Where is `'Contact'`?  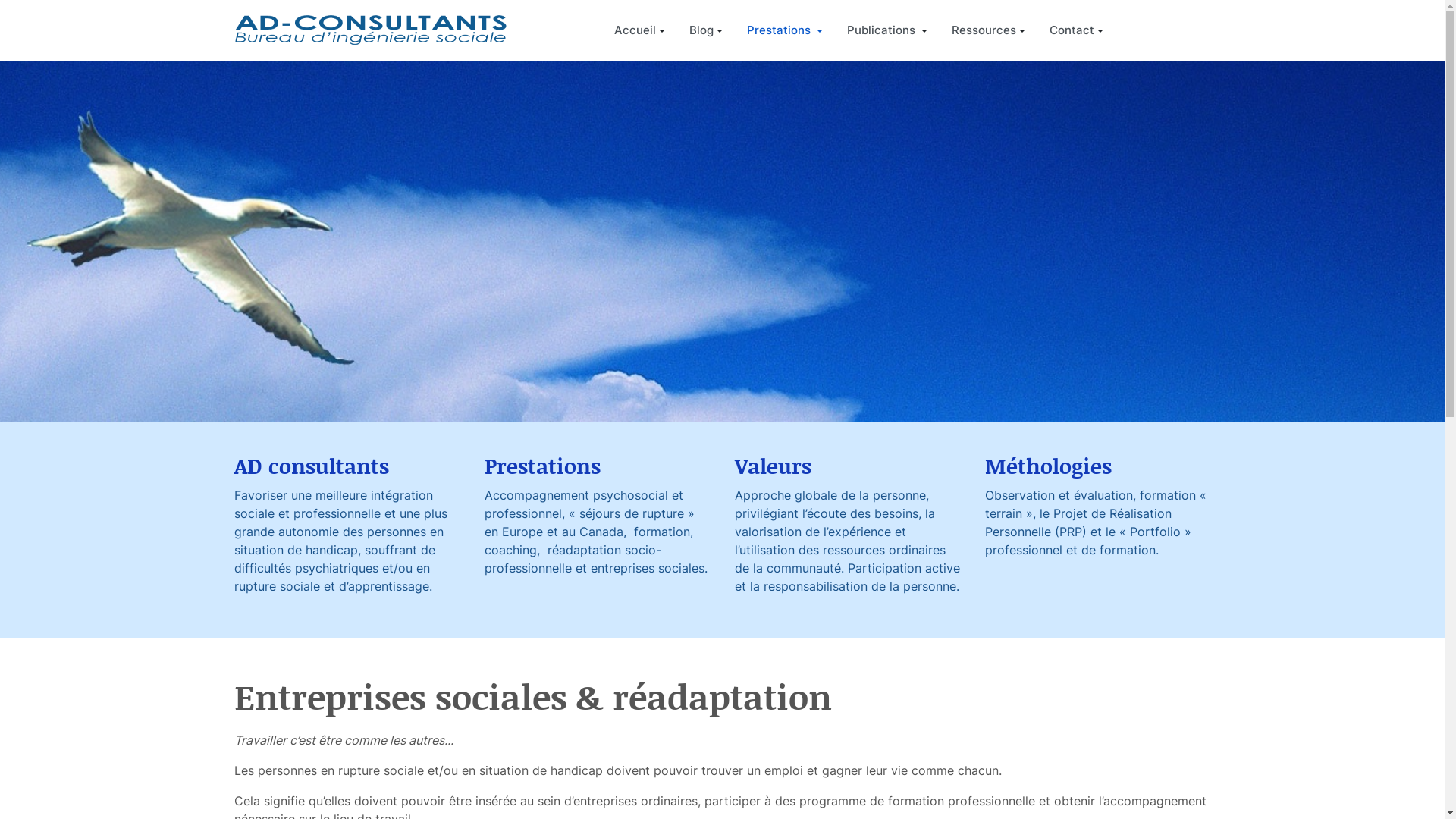 'Contact' is located at coordinates (1075, 30).